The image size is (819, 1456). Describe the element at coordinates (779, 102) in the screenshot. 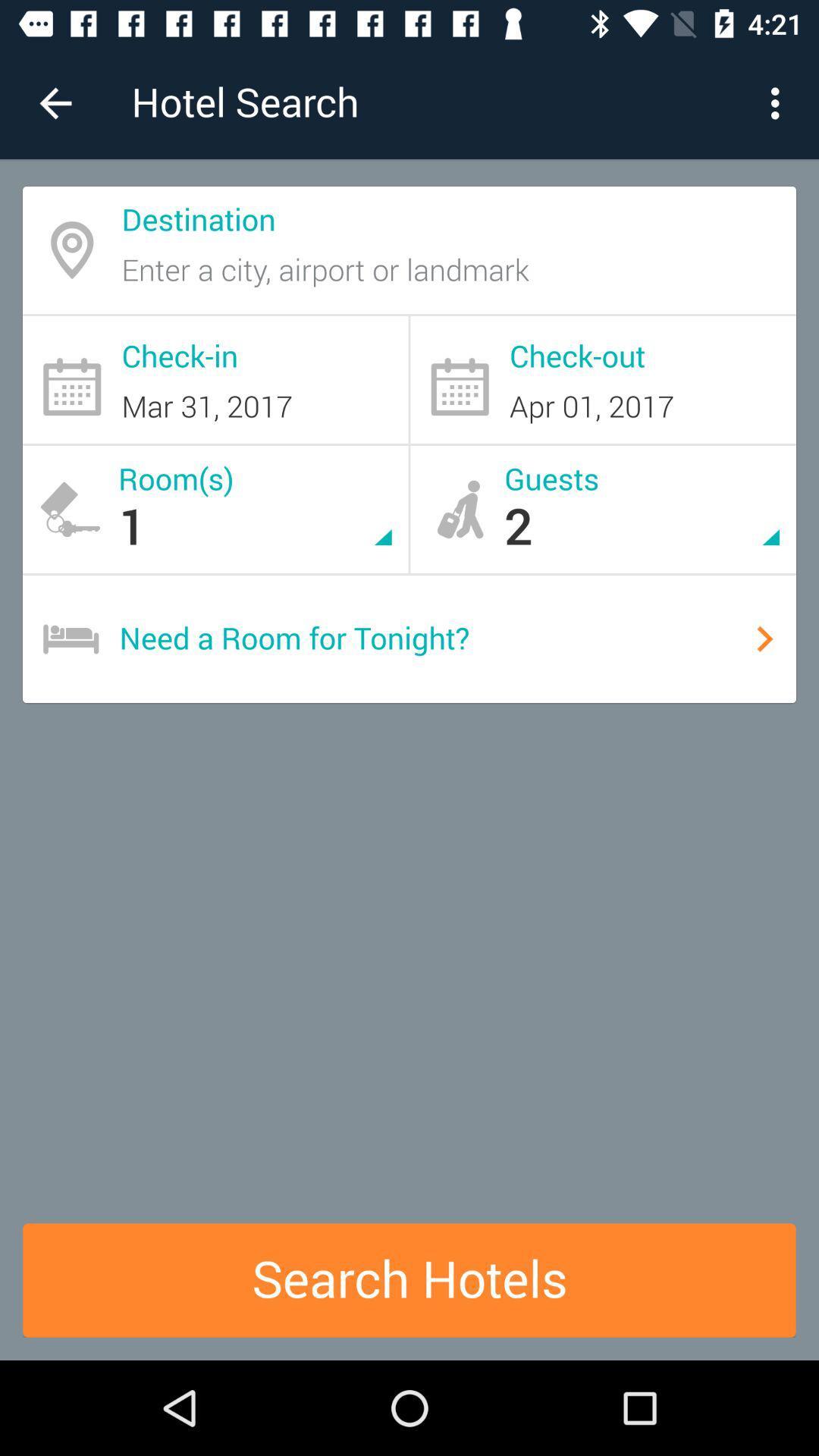

I see `the item to the right of hotel search icon` at that location.